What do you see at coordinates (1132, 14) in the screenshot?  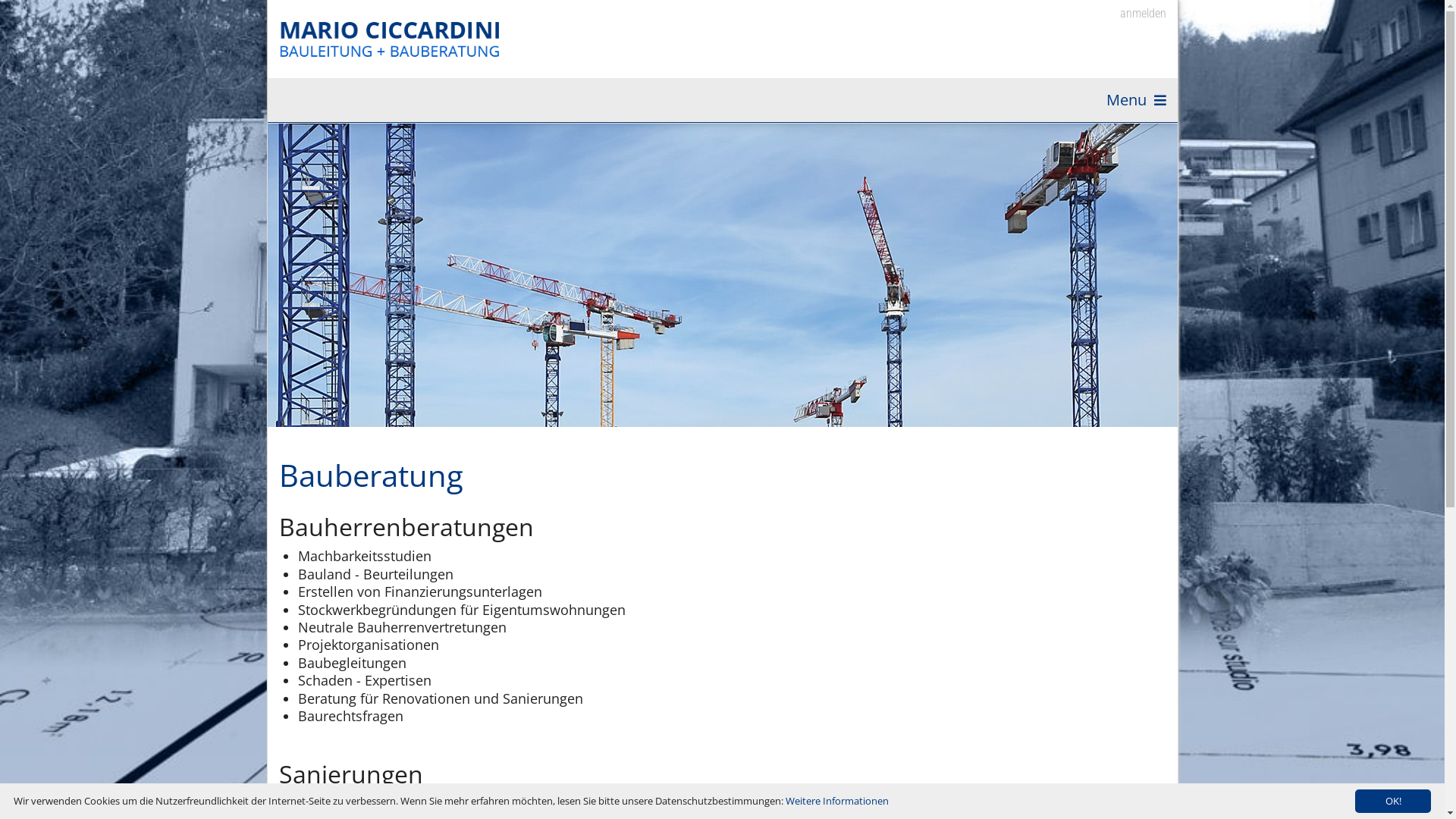 I see `'anmelden'` at bounding box center [1132, 14].